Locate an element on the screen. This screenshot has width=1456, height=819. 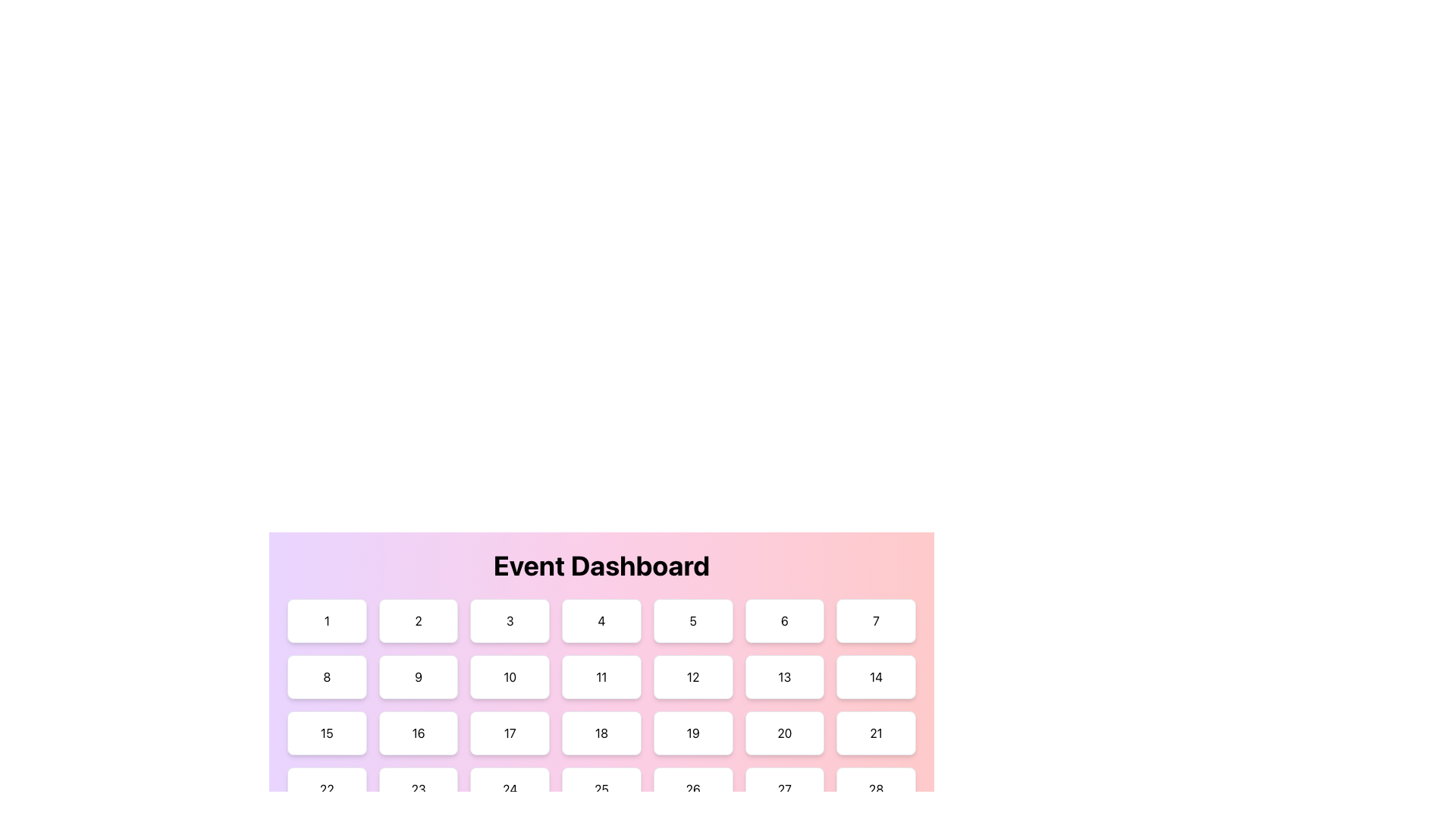
the button representing a selectable item is located at coordinates (783, 789).